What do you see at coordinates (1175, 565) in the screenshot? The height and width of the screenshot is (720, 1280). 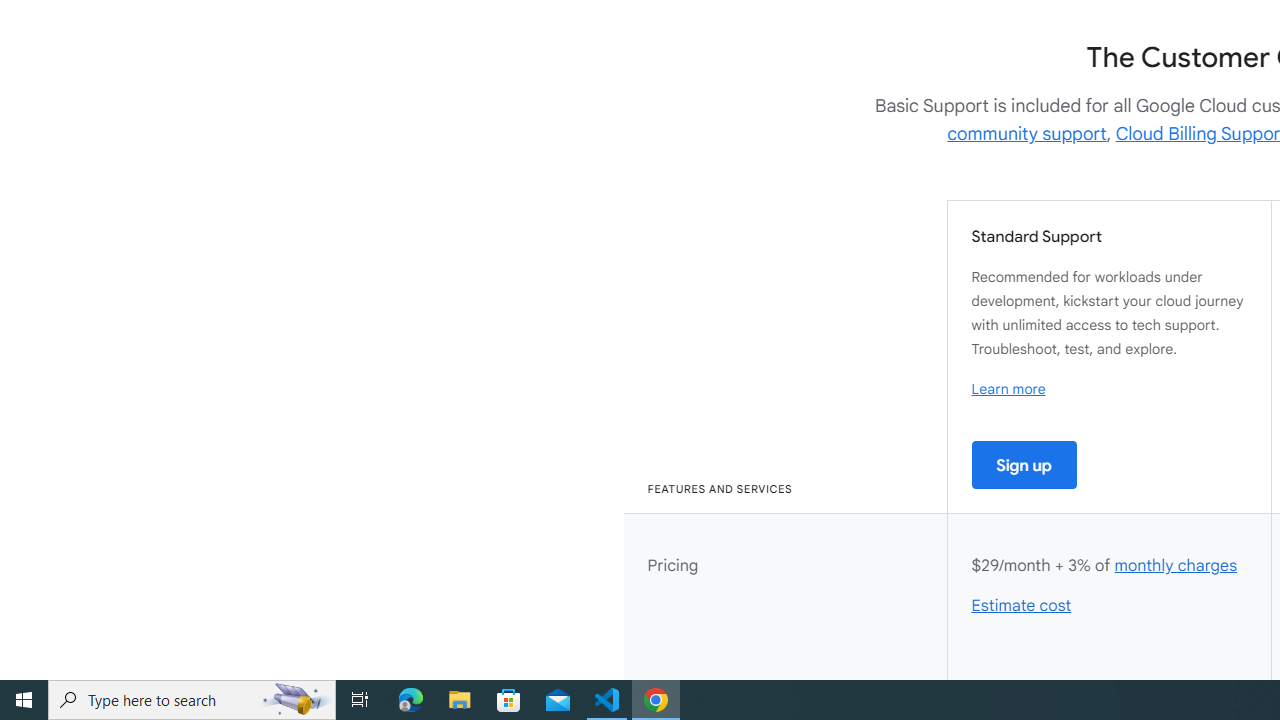 I see `'monthly charges'` at bounding box center [1175, 565].